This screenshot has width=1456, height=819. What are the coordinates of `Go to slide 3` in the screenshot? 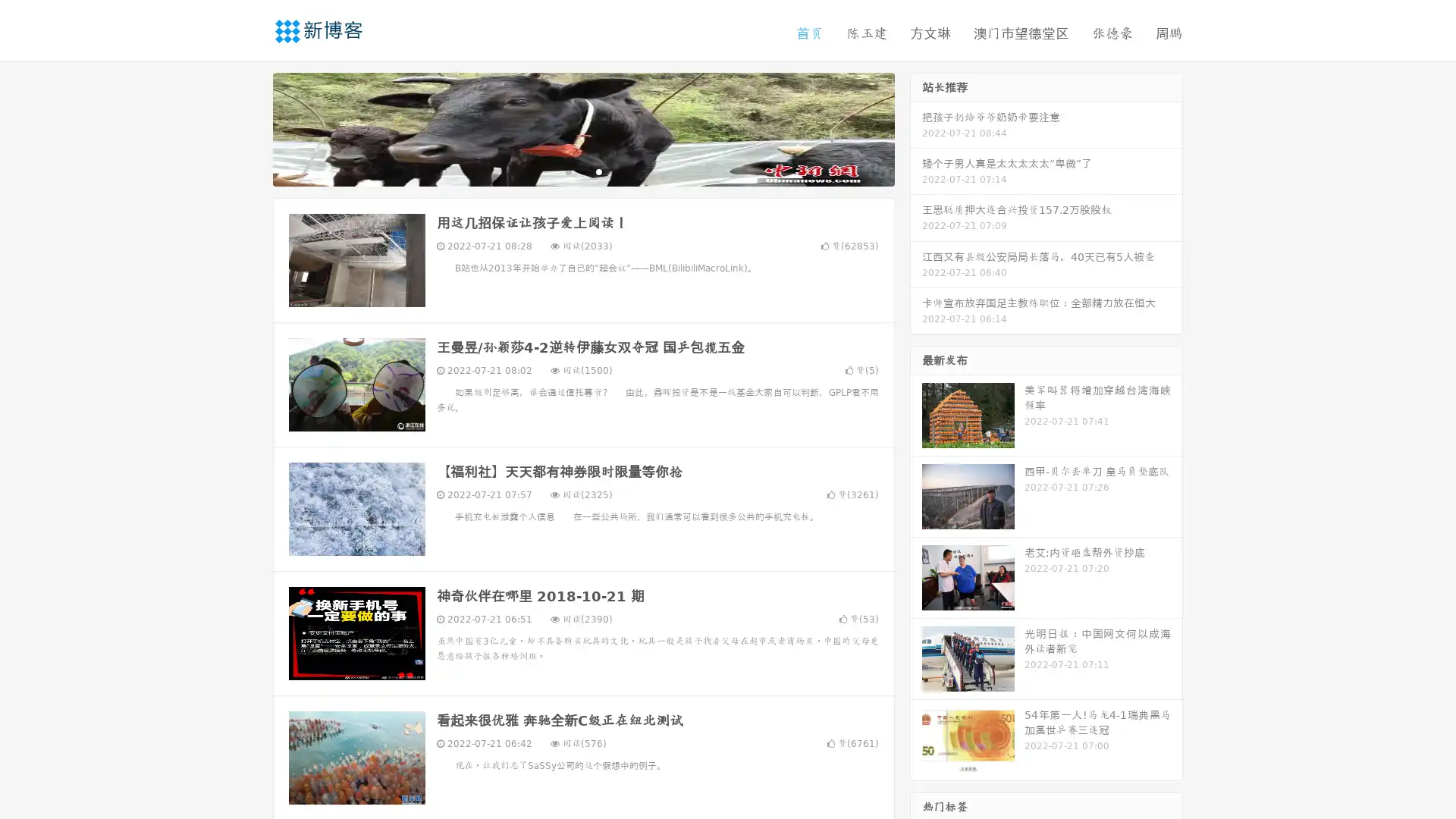 It's located at (598, 171).